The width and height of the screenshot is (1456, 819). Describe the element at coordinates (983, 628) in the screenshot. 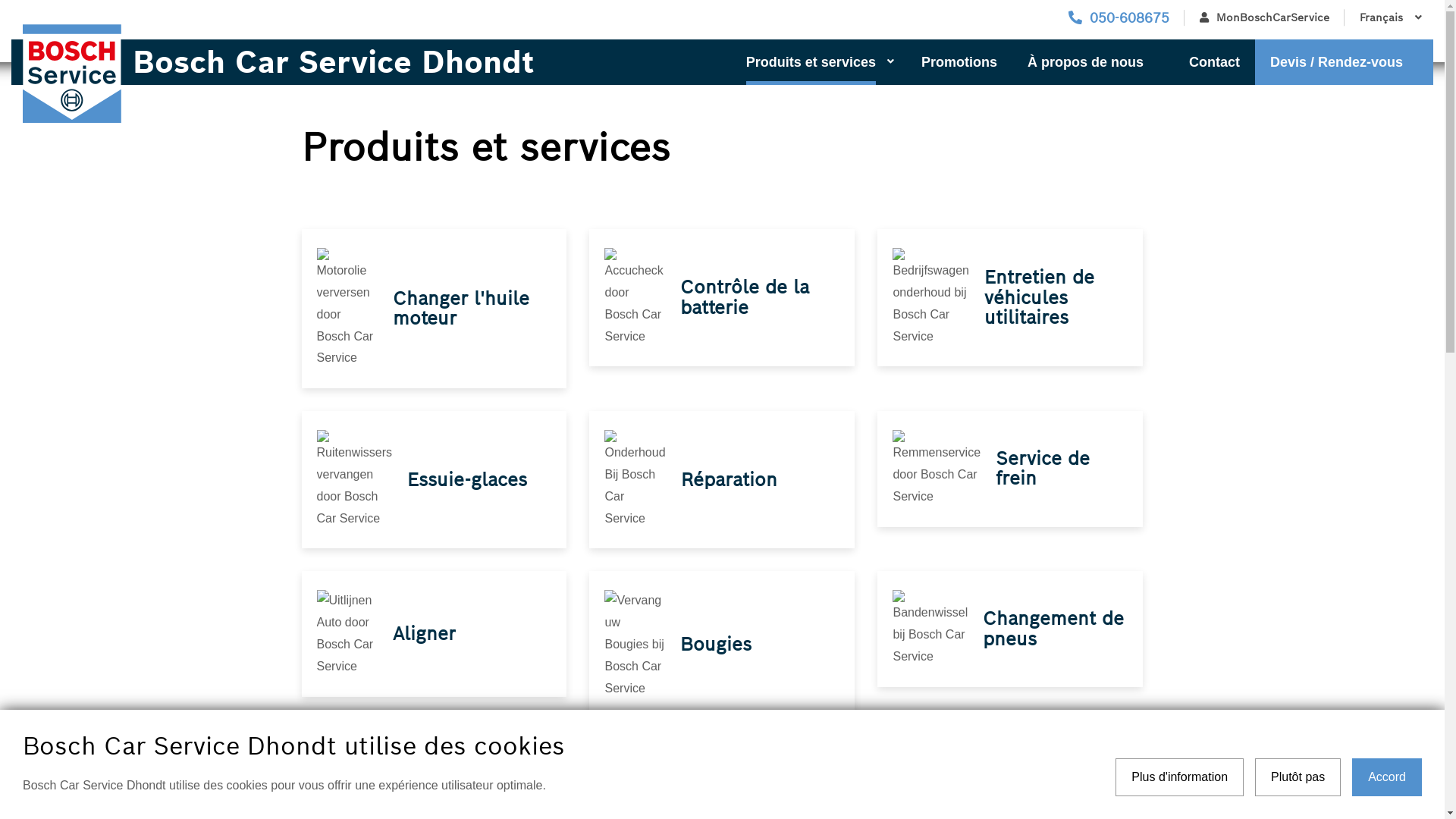

I see `'Changement de pneus'` at that location.